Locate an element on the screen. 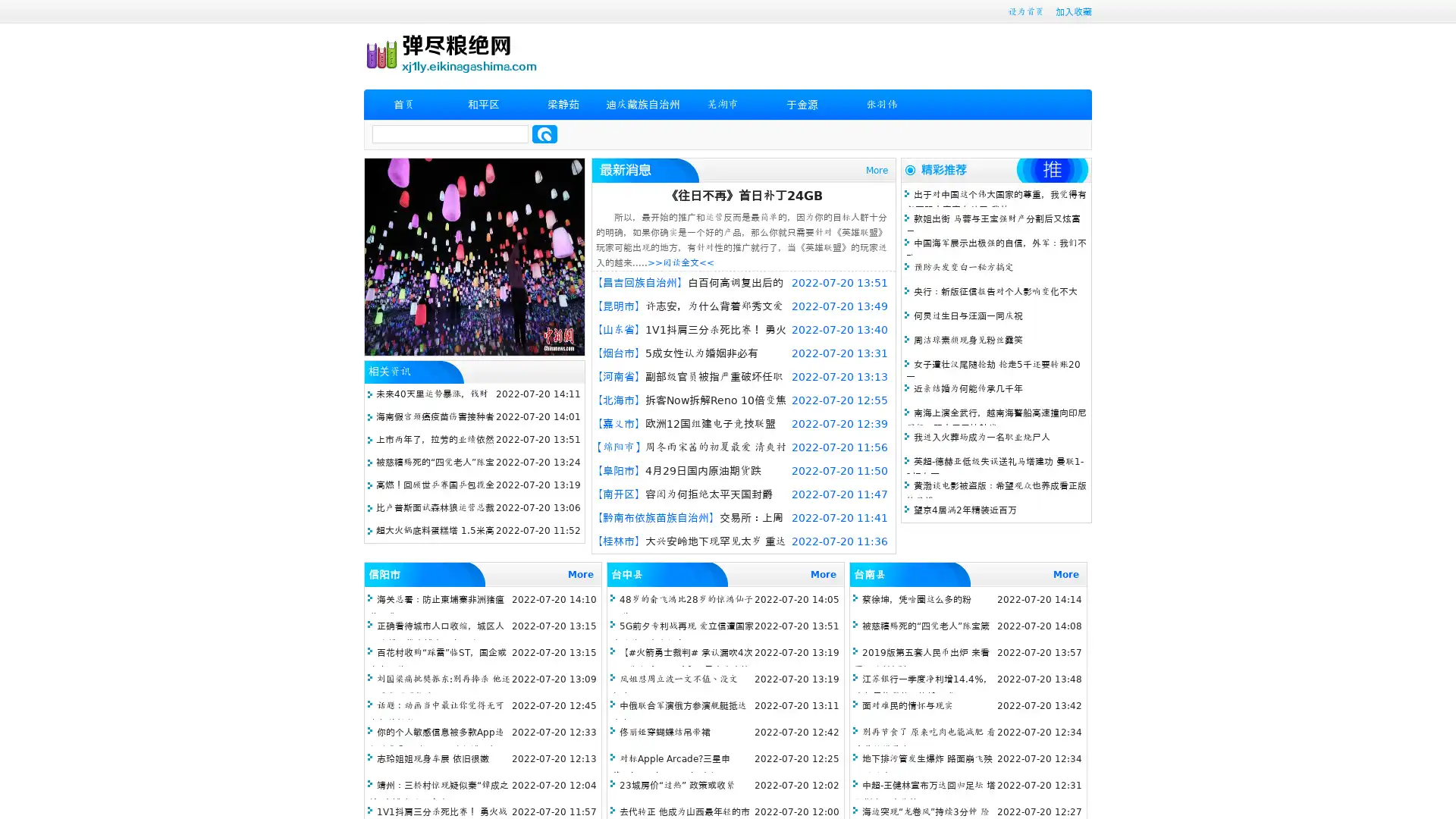 The height and width of the screenshot is (819, 1456). Search is located at coordinates (544, 133).